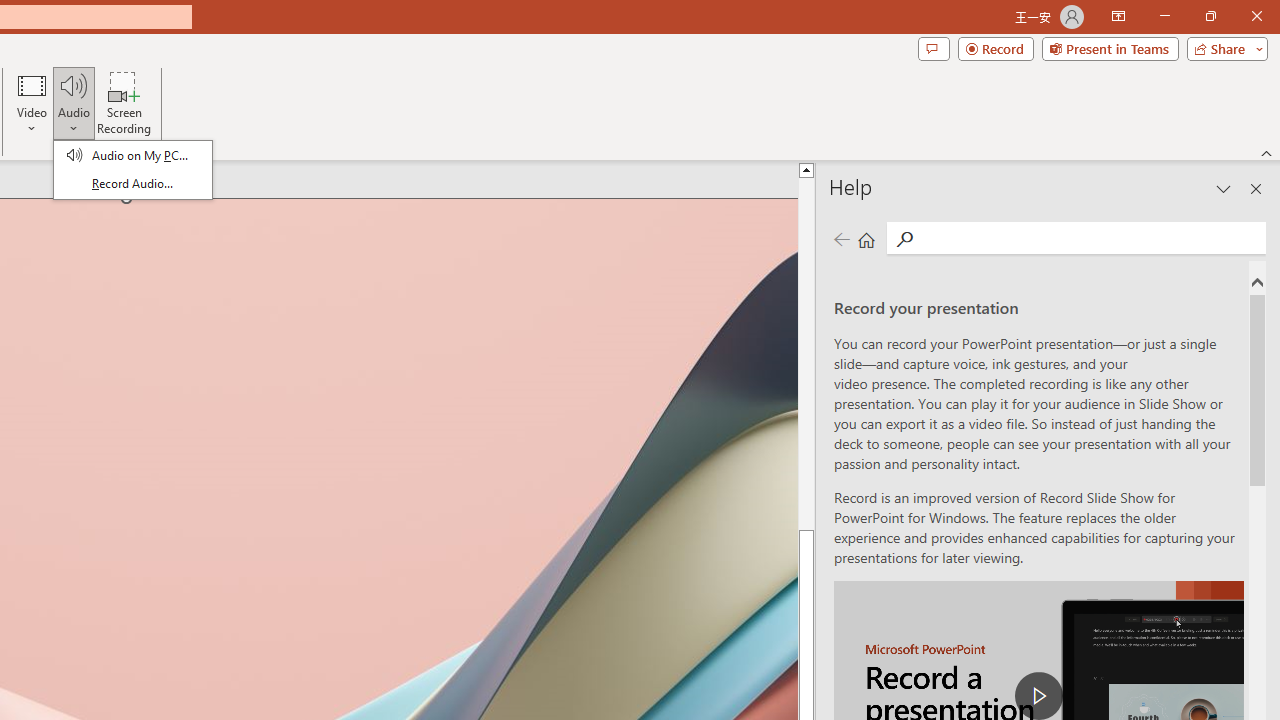 Image resolution: width=1280 pixels, height=720 pixels. What do you see at coordinates (131, 168) in the screenshot?
I see `'Audi&o'` at bounding box center [131, 168].